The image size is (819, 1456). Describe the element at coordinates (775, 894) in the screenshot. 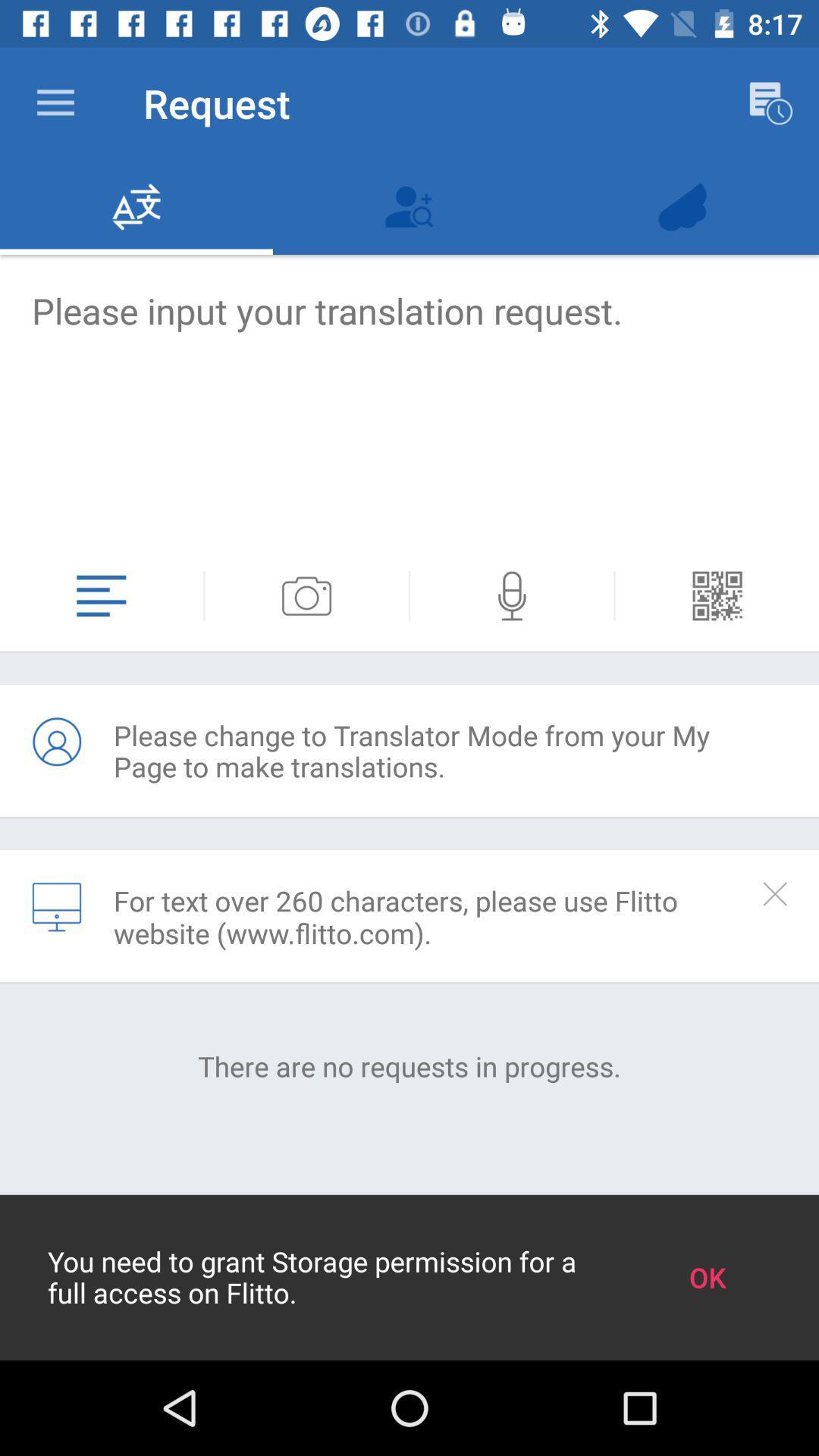

I see `app to the right of the for text over` at that location.